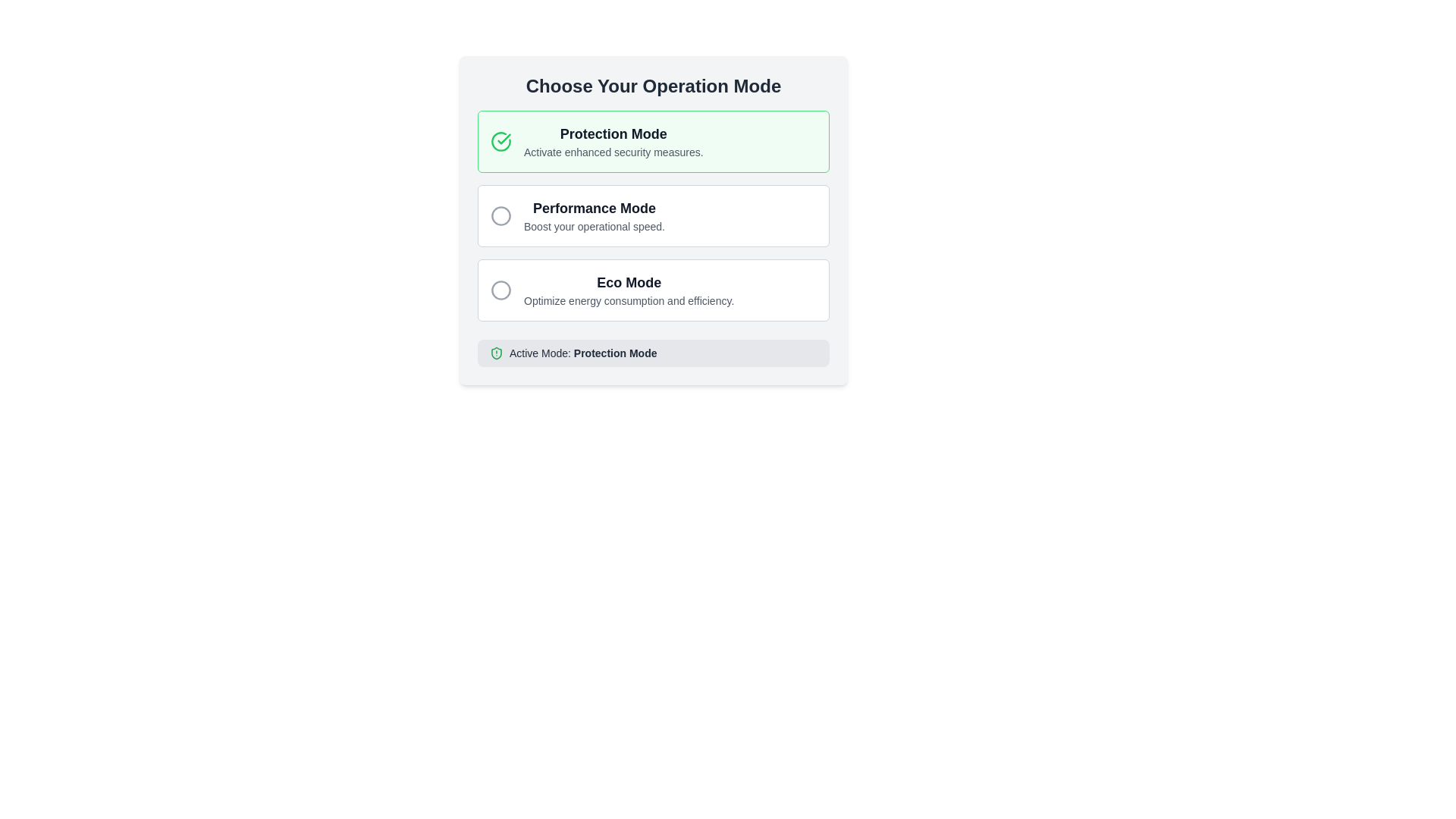 Image resolution: width=1456 pixels, height=819 pixels. What do you see at coordinates (501, 290) in the screenshot?
I see `the selectable circle indicator for the 'Eco Mode' option` at bounding box center [501, 290].